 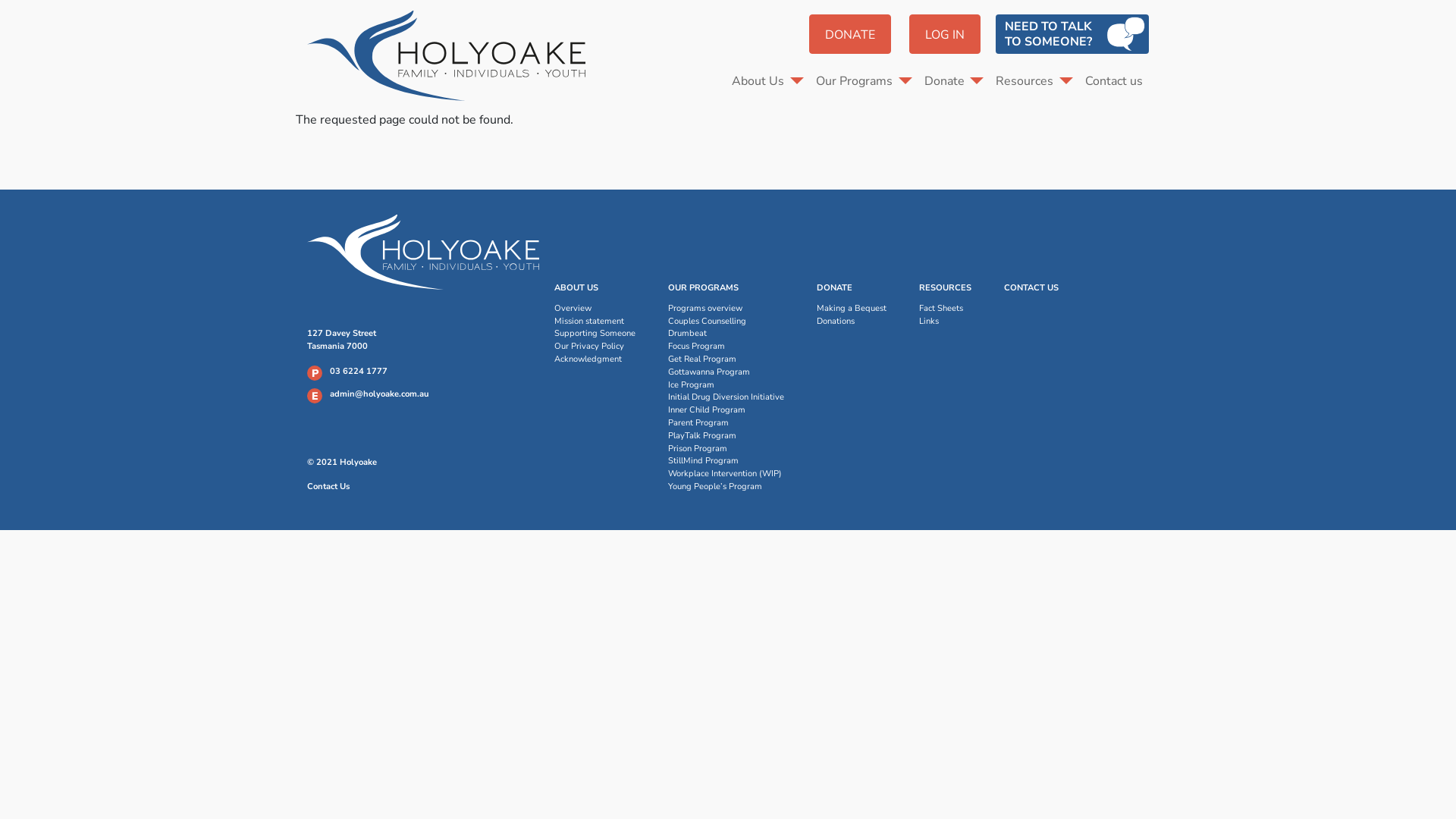 I want to click on 'Mission statement', so click(x=594, y=321).